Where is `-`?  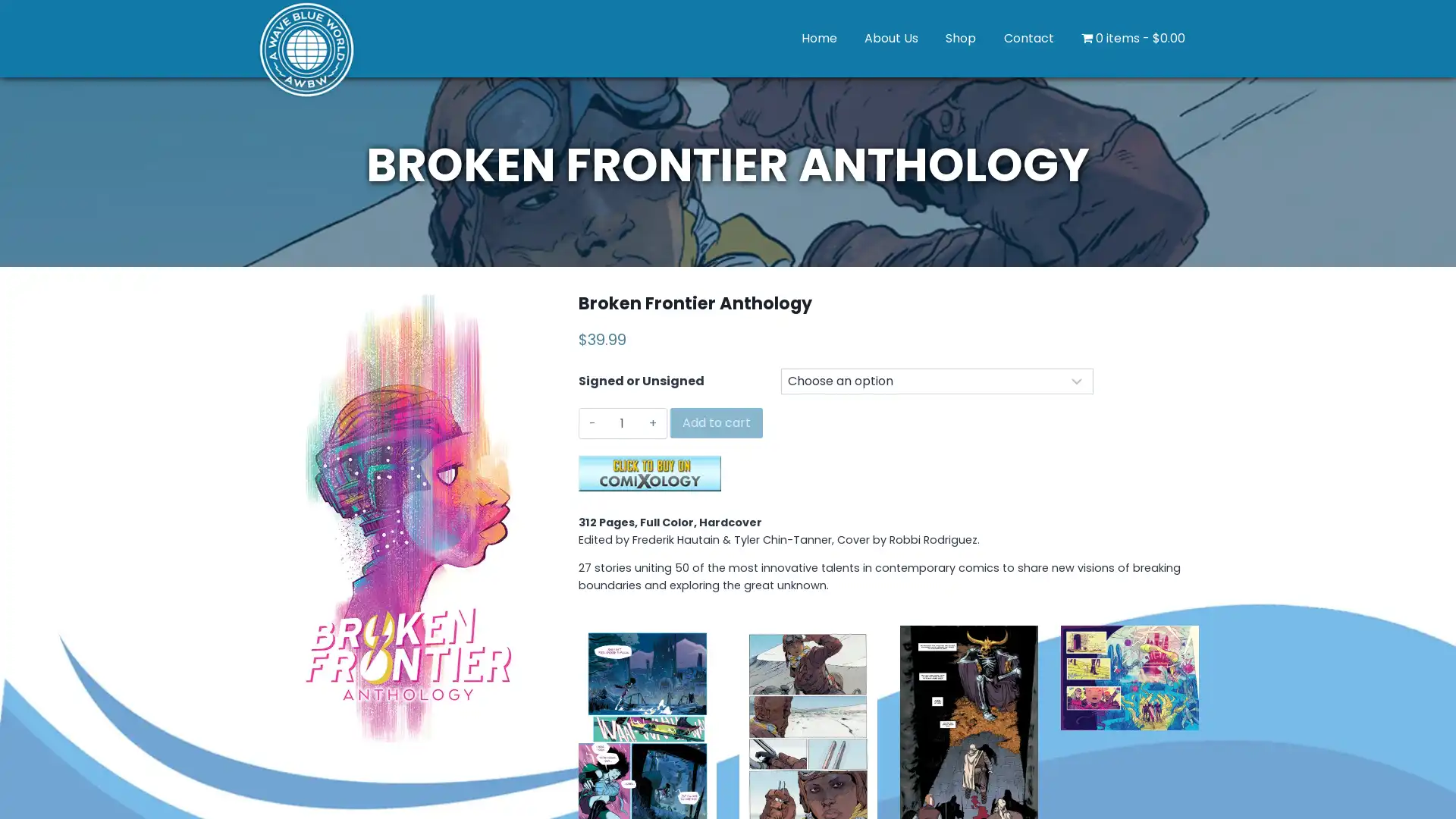
- is located at coordinates (591, 423).